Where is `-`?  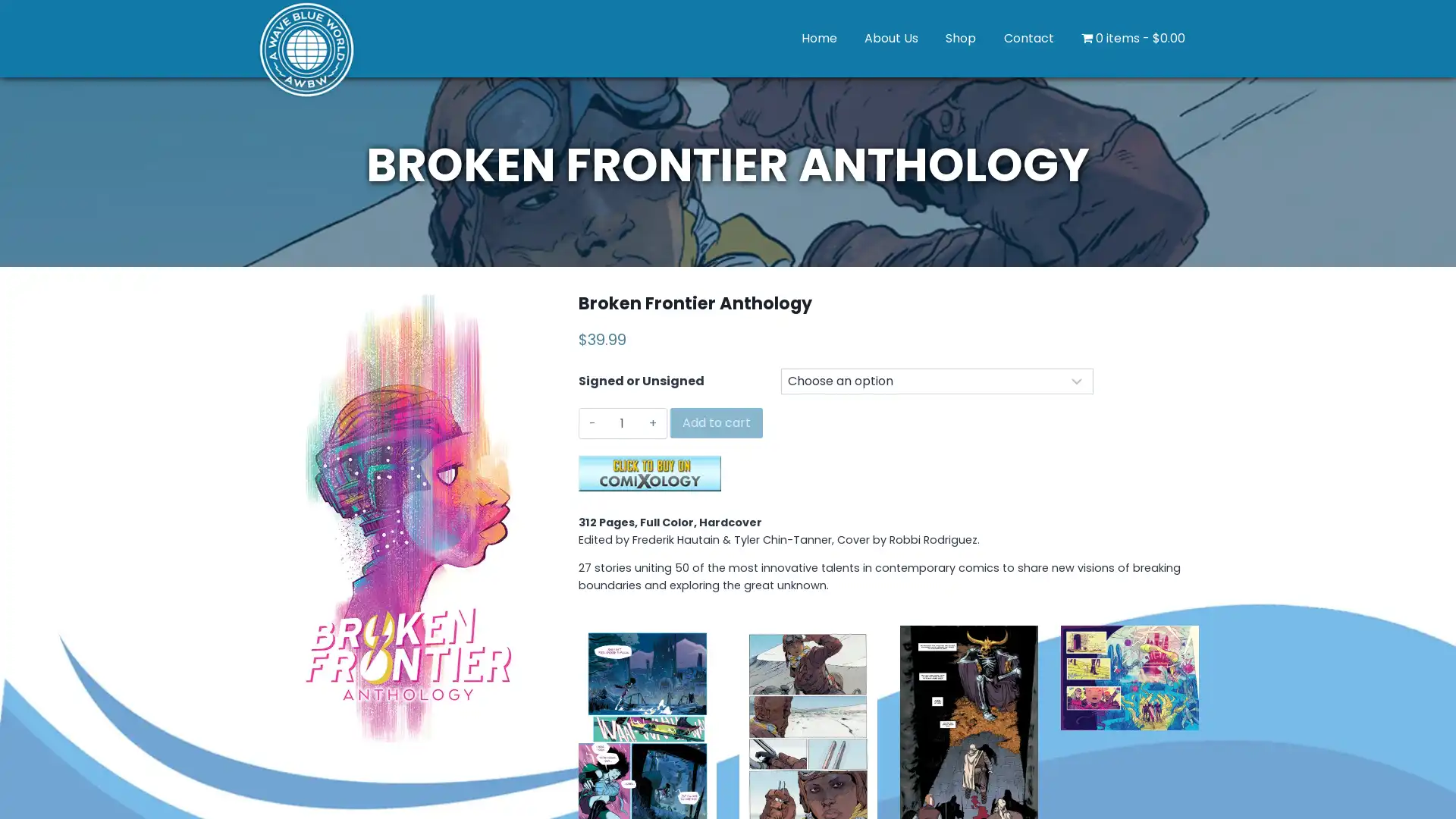
- is located at coordinates (591, 423).